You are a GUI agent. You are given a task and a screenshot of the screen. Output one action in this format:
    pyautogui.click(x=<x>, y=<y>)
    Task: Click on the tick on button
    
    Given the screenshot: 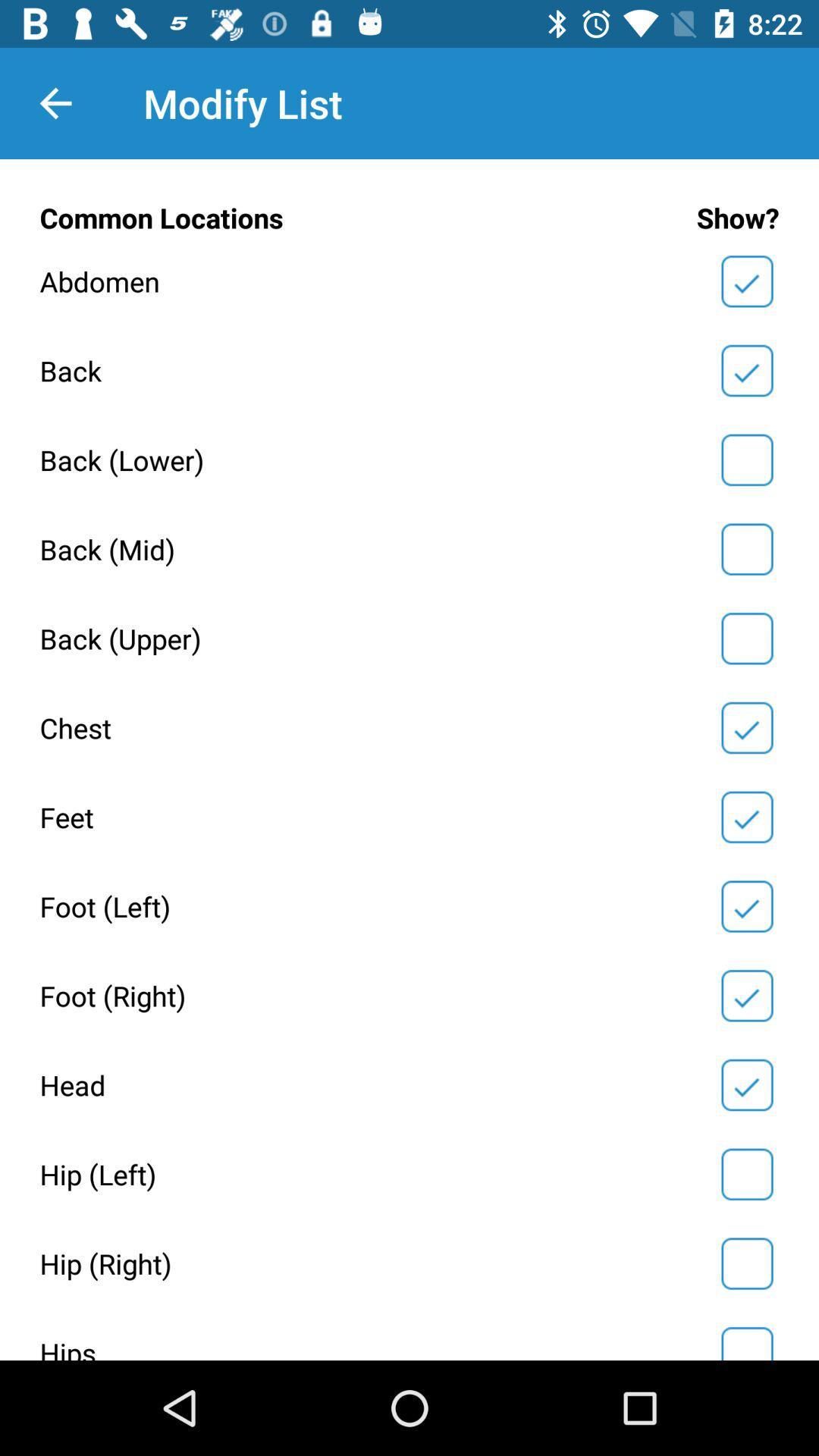 What is the action you would take?
    pyautogui.click(x=746, y=1341)
    